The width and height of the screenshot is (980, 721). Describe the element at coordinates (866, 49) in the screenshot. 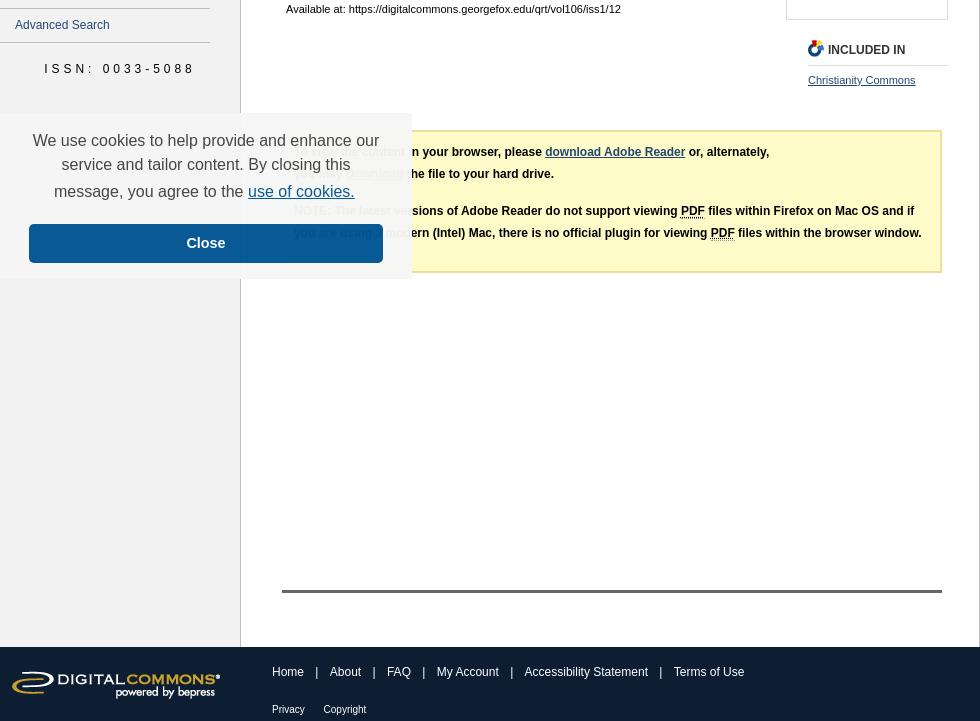

I see `'Included in'` at that location.